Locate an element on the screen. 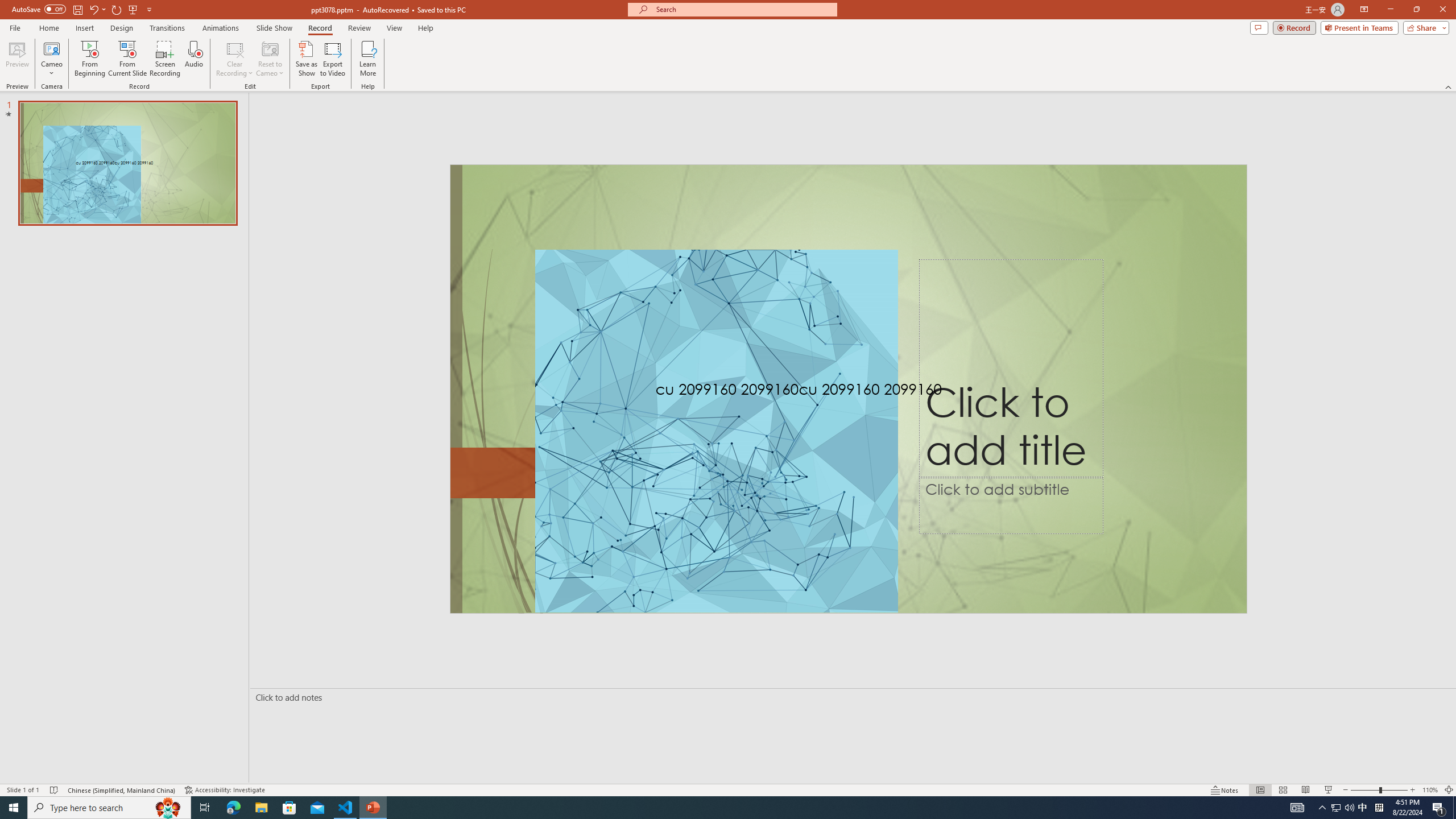 The width and height of the screenshot is (1456, 819). 'Zoom In' is located at coordinates (1412, 790).